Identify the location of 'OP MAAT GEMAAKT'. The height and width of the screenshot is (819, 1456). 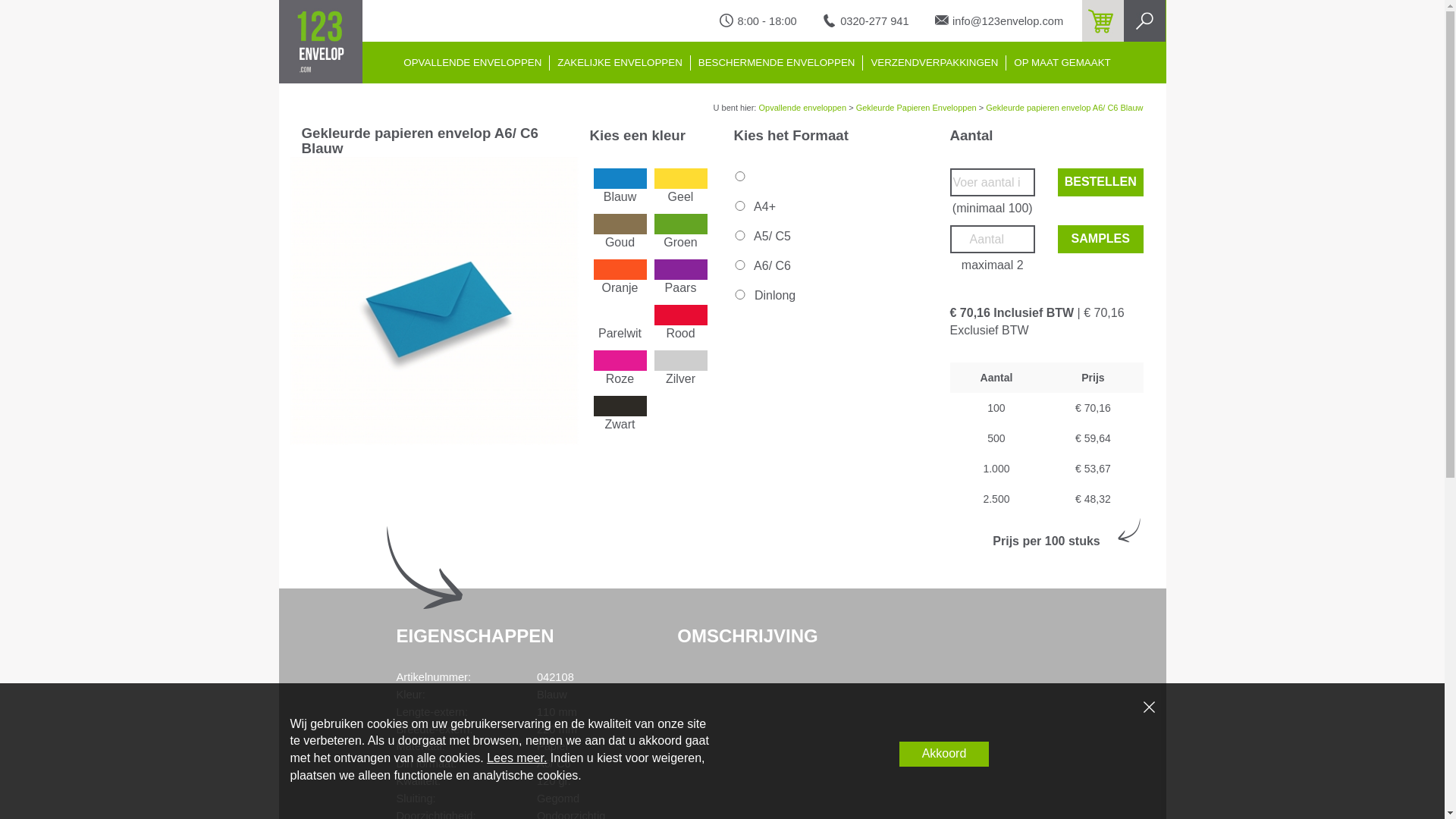
(1061, 62).